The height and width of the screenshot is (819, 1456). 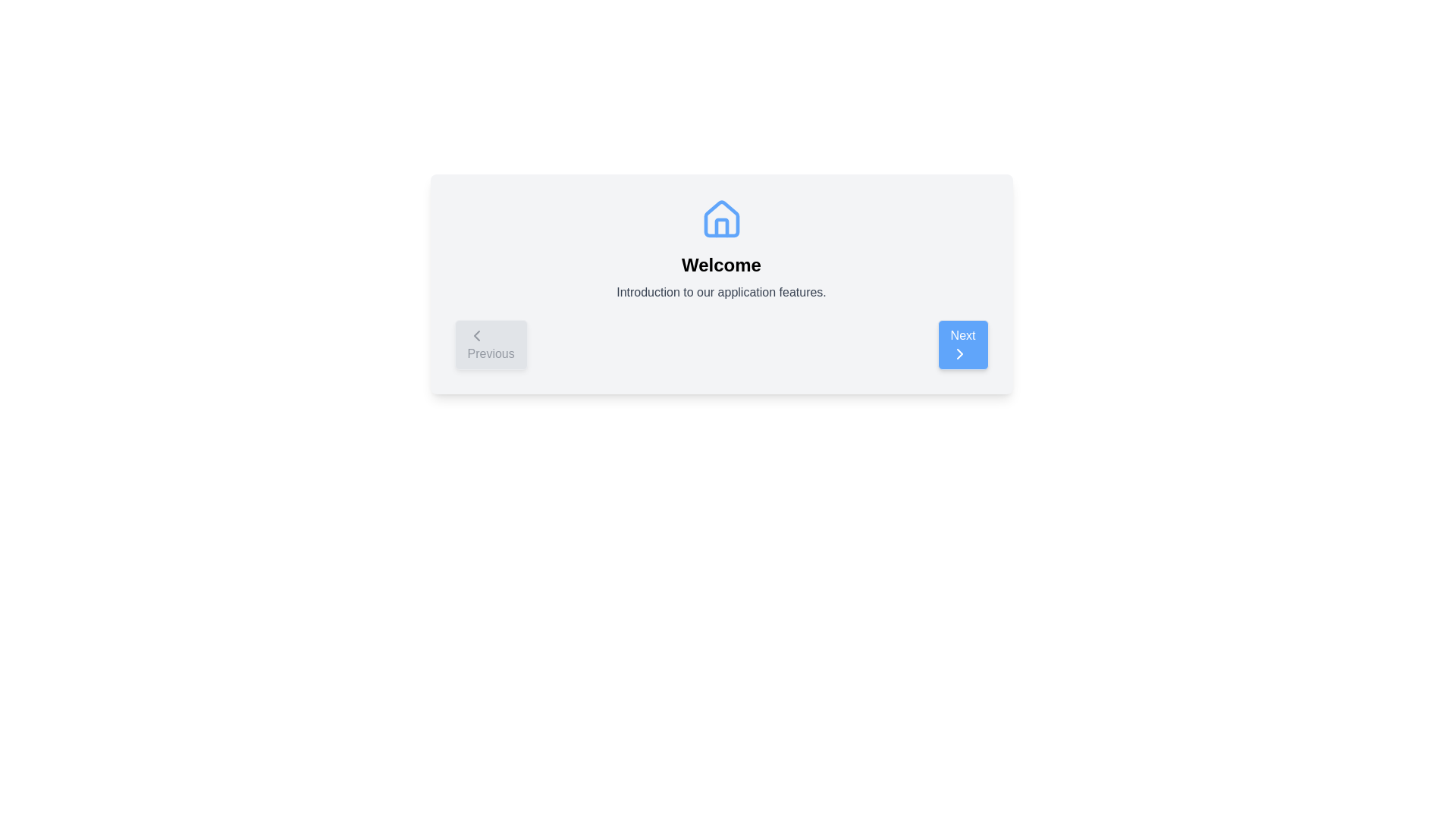 I want to click on the rightward-pointing chevron arrow icon located inside the 'Next' button at the bottom-right corner of the interface, so click(x=959, y=353).